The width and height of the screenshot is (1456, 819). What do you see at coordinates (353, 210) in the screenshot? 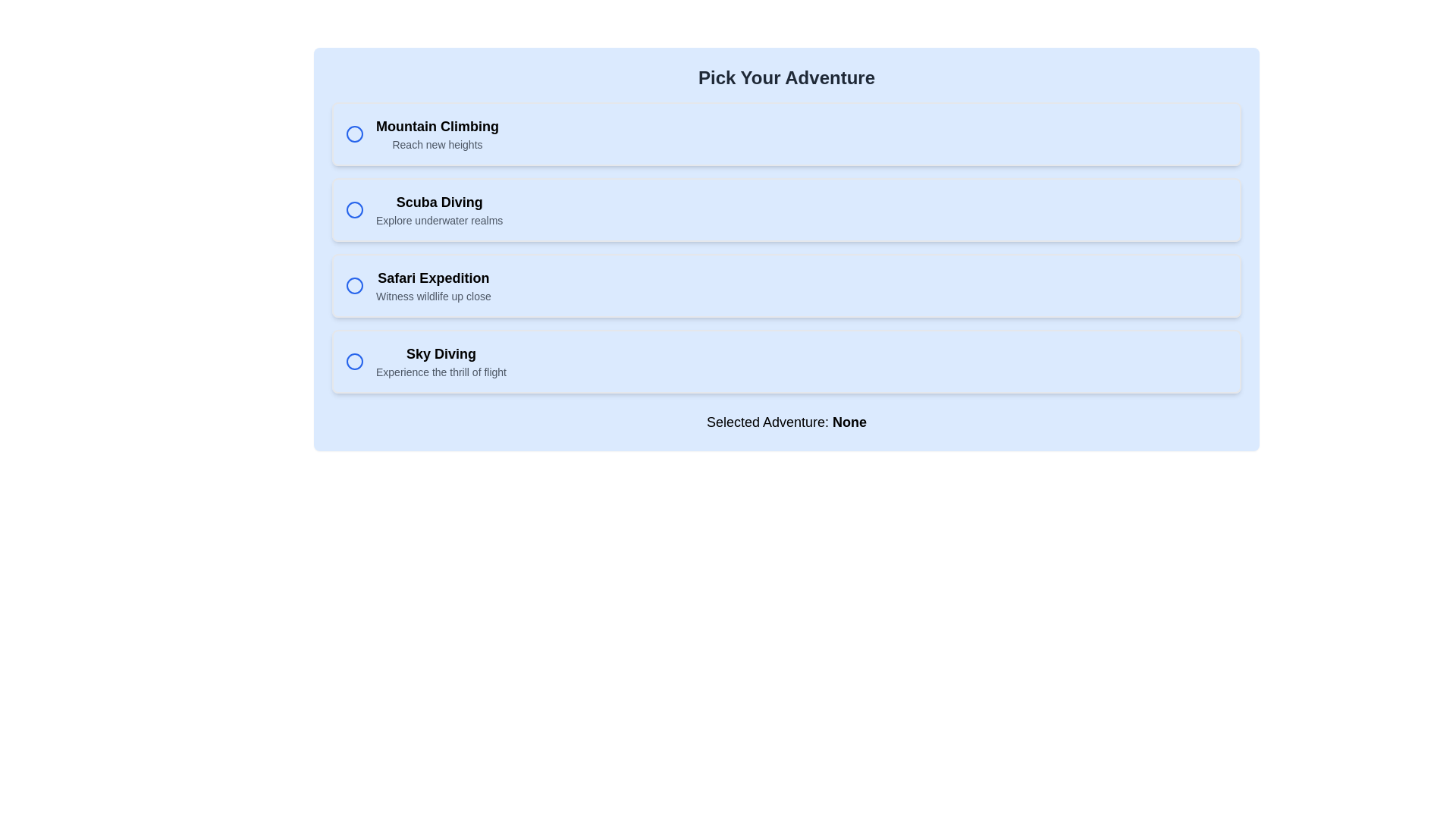
I see `the radio button corresponding to the 'Scuba Diving' option` at bounding box center [353, 210].